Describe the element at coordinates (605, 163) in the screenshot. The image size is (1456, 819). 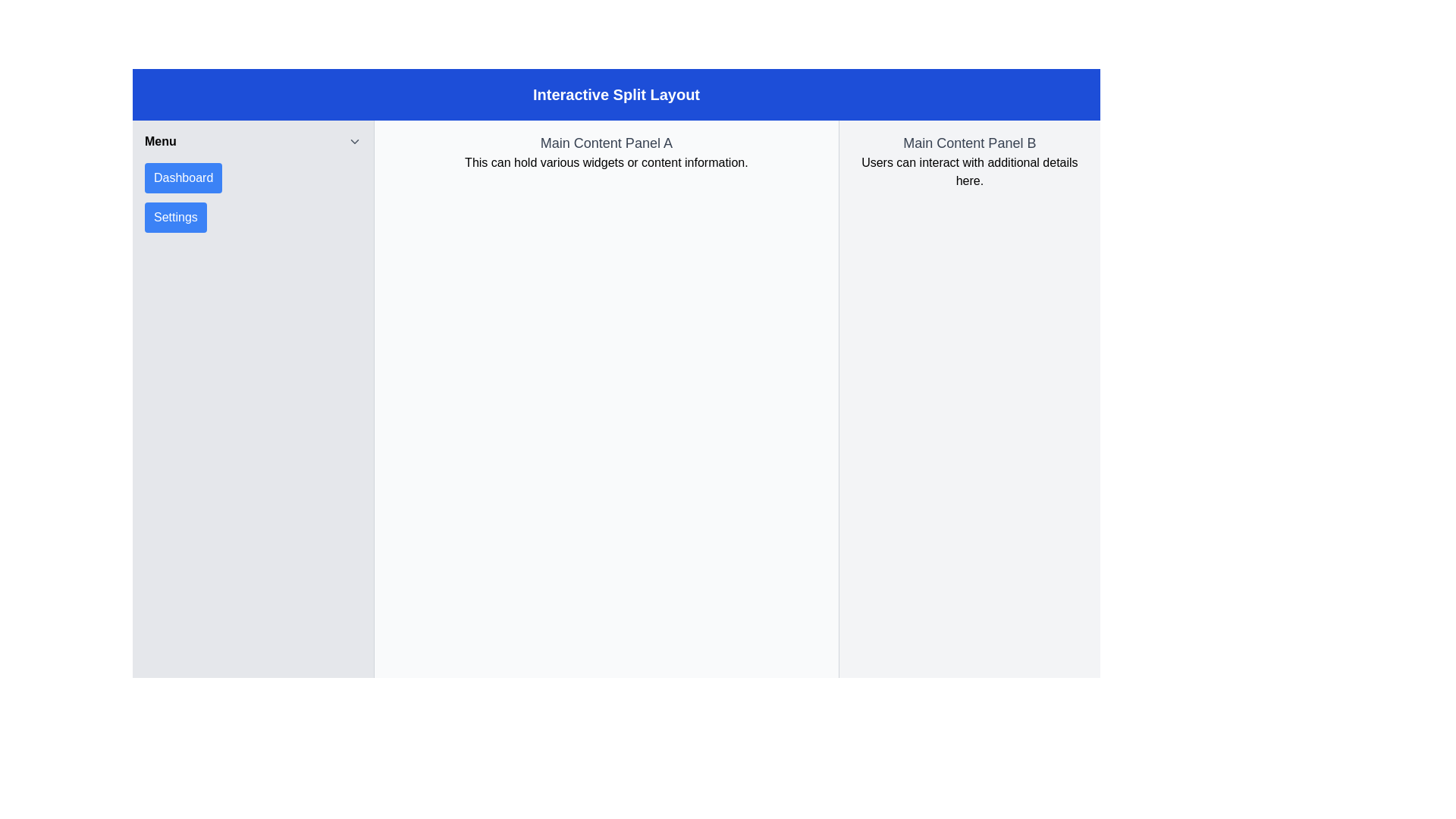
I see `the informational text block located directly below the header 'Main Content Panel A' in the left content section` at that location.